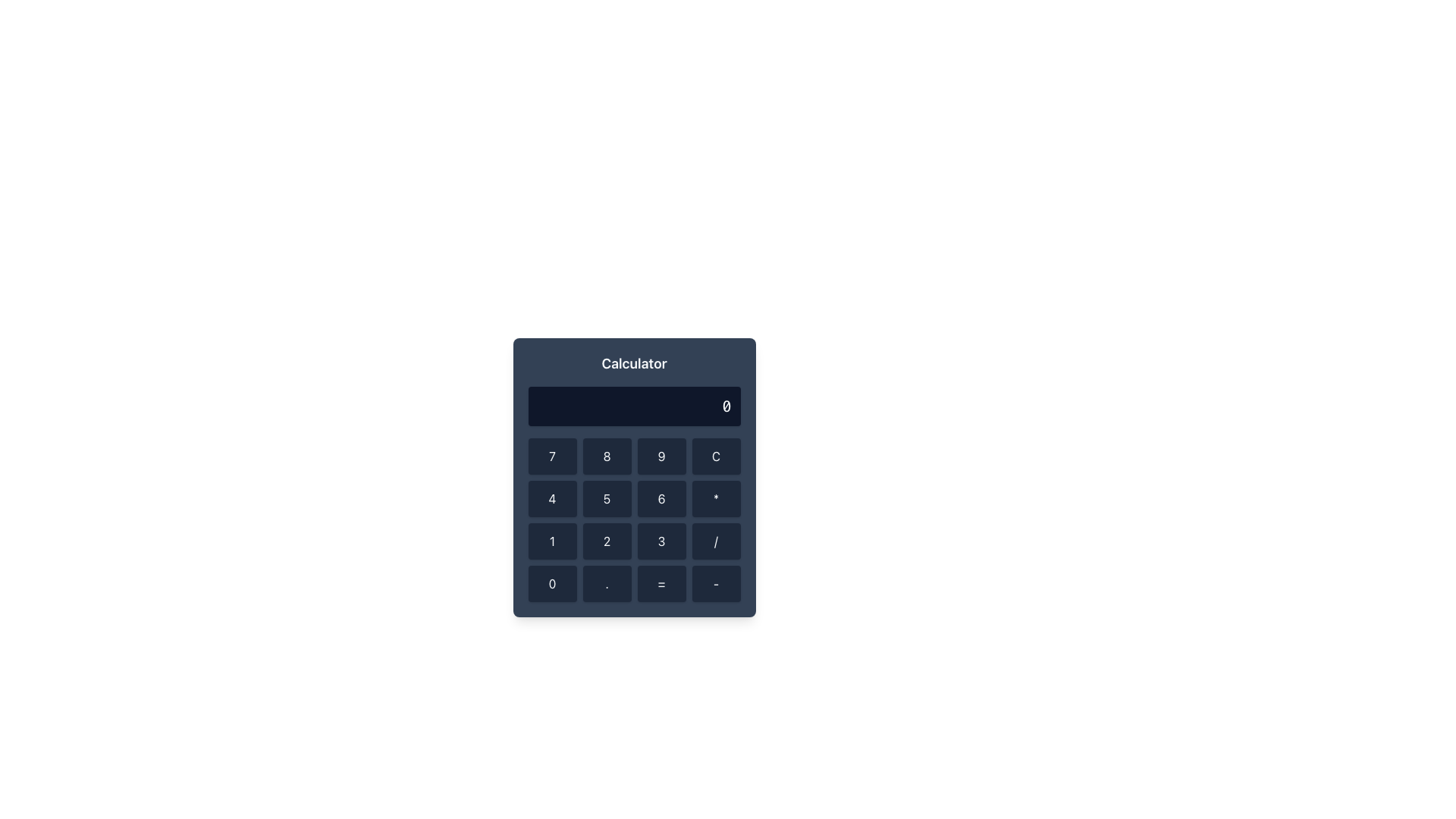  Describe the element at coordinates (607, 540) in the screenshot. I see `the button labeled '2' in the numerical keypad interface to input the number` at that location.